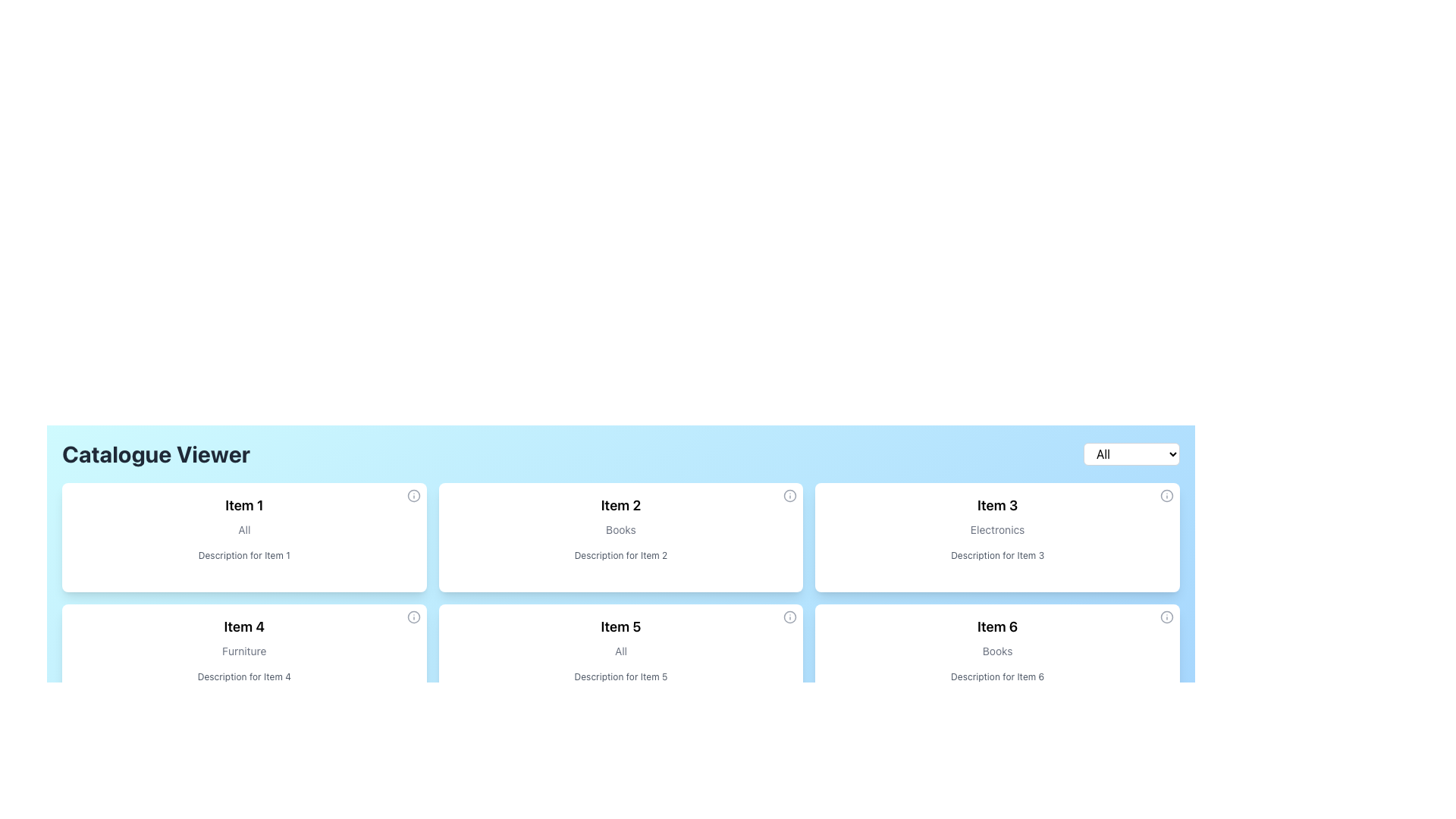 This screenshot has width=1456, height=819. I want to click on the static text label displaying 'Books', which is styled in a small, gray font and located below the title 'Item 6' in the card, so click(997, 651).